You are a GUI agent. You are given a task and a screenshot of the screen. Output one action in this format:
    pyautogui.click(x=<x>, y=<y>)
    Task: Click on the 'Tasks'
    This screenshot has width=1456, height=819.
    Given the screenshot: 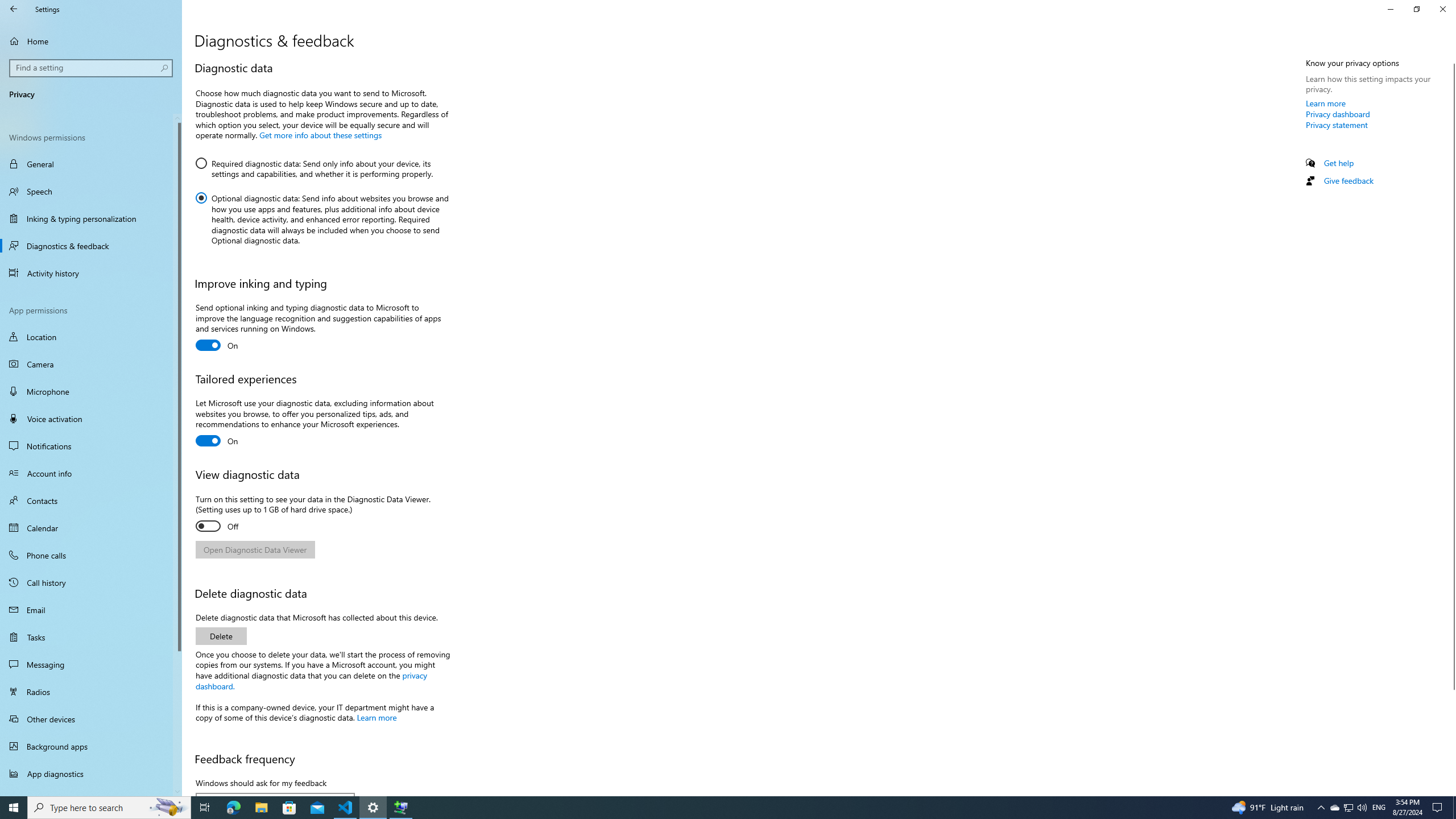 What is the action you would take?
    pyautogui.click(x=90, y=636)
    